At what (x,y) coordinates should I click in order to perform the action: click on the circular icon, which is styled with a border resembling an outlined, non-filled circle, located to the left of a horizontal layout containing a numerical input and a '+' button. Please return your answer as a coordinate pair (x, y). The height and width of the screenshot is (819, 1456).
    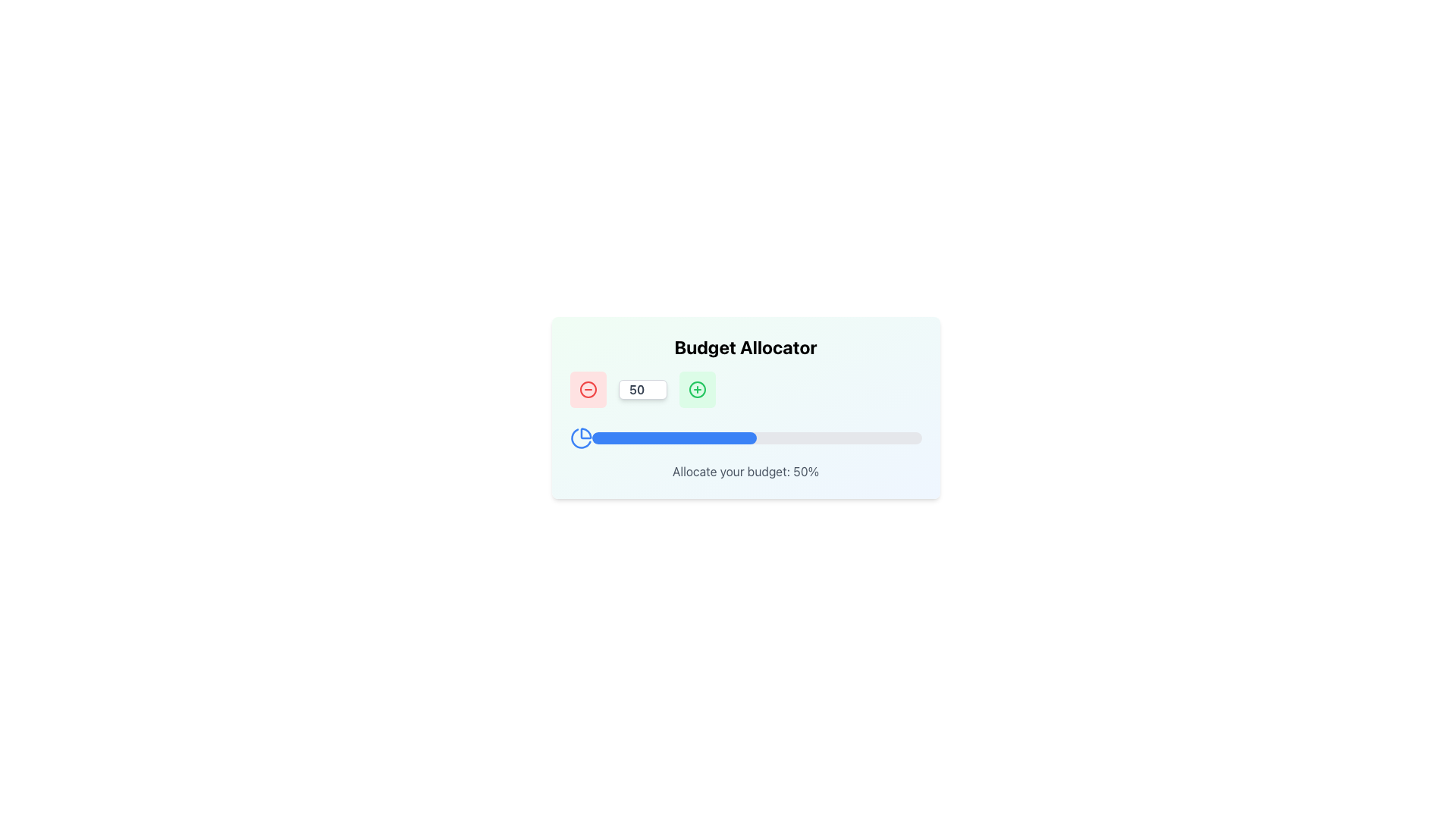
    Looking at the image, I should click on (587, 388).